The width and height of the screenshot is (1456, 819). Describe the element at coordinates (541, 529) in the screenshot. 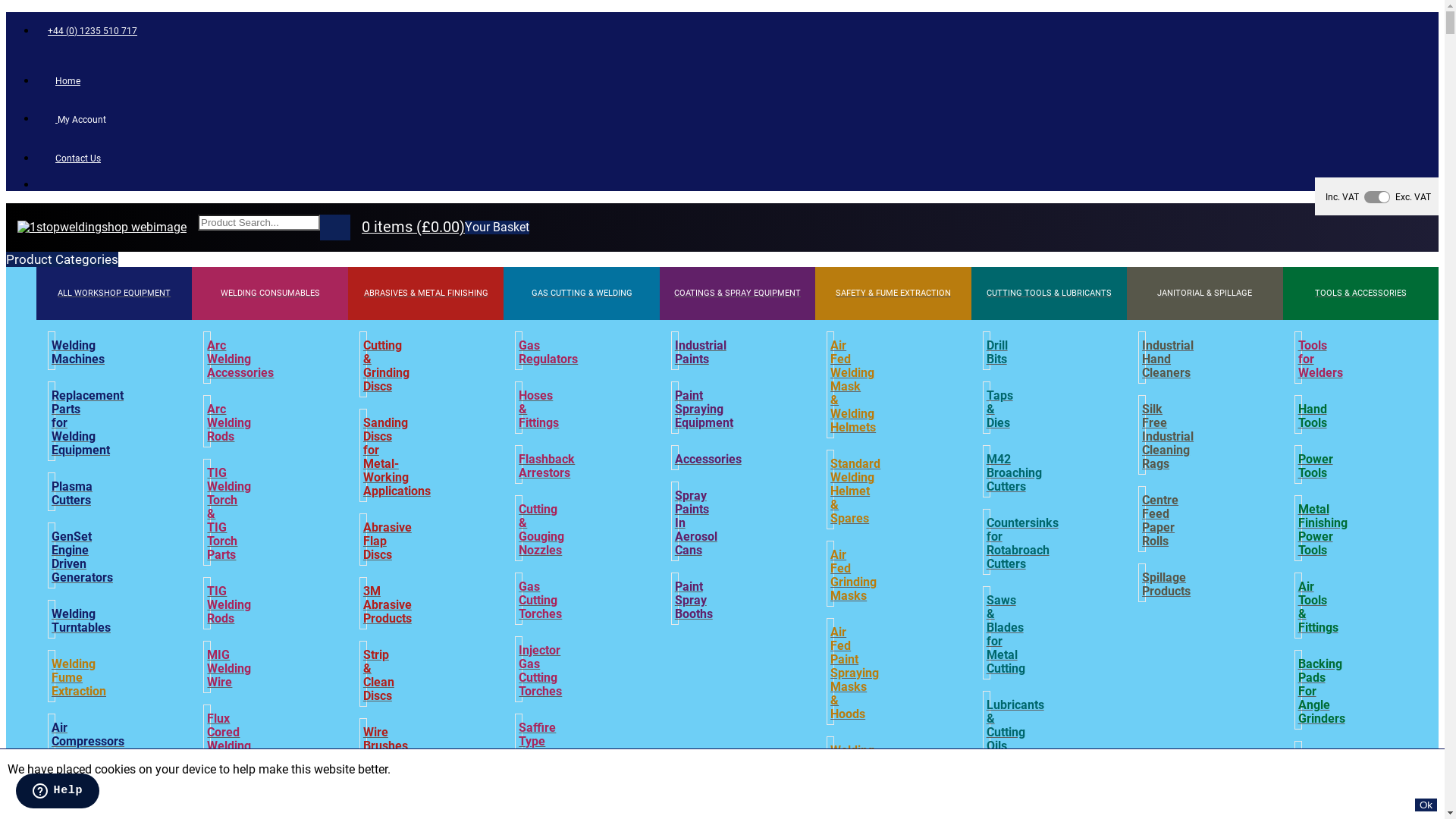

I see `'Cutting & Gouging Nozzles'` at that location.